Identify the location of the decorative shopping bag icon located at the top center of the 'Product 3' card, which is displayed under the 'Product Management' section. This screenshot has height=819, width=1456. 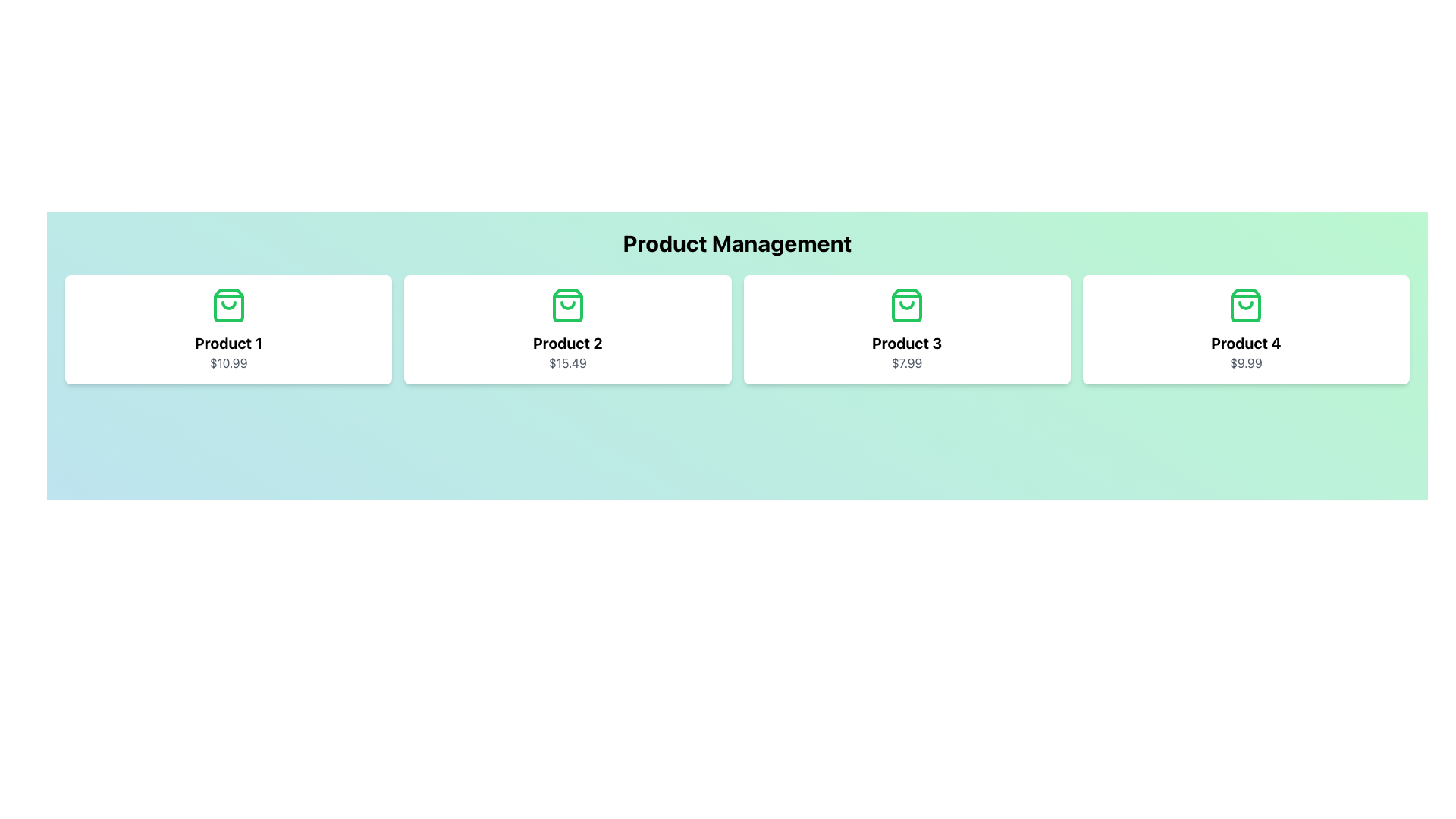
(907, 305).